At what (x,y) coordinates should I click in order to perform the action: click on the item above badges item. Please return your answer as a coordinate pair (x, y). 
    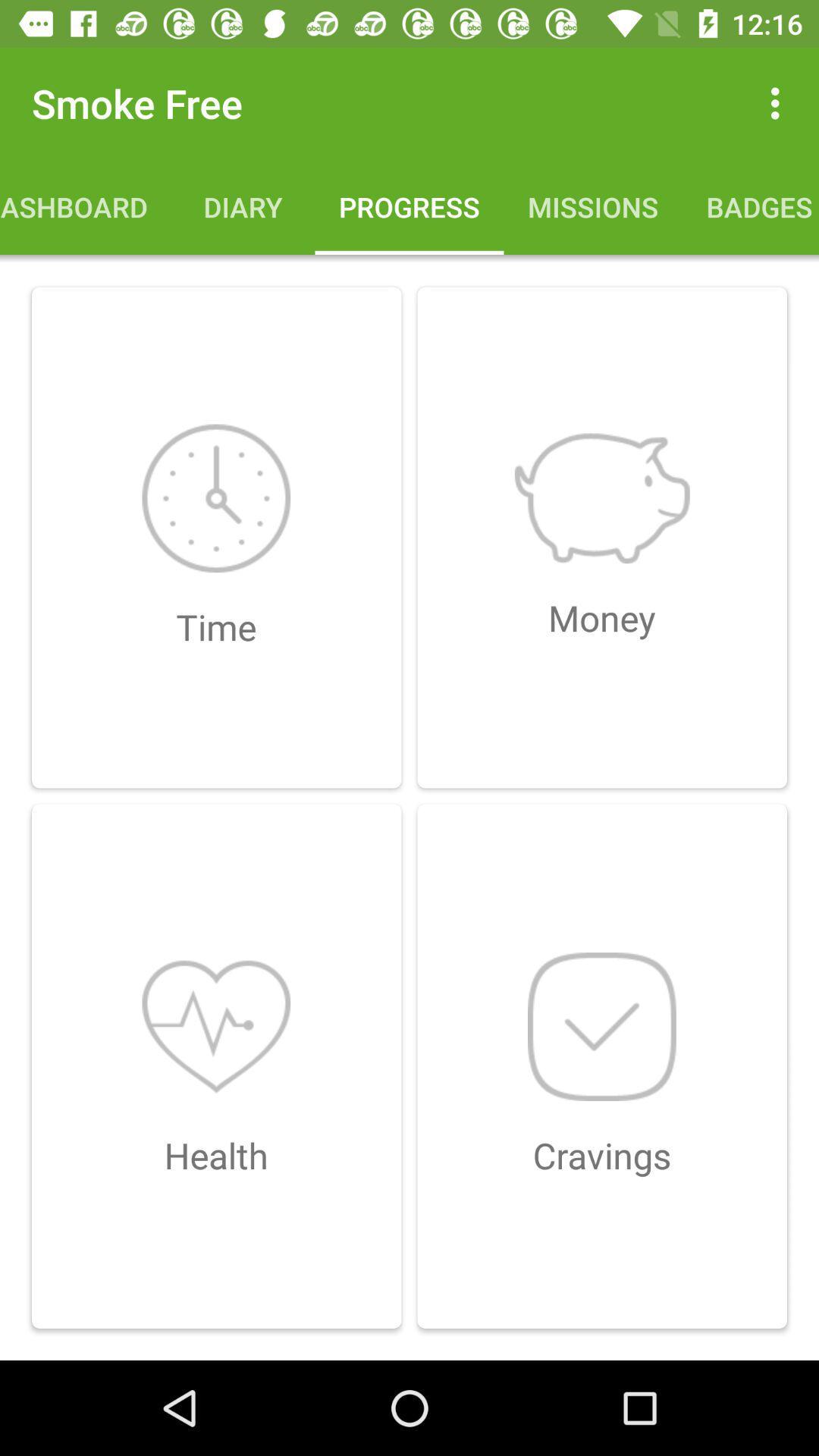
    Looking at the image, I should click on (779, 102).